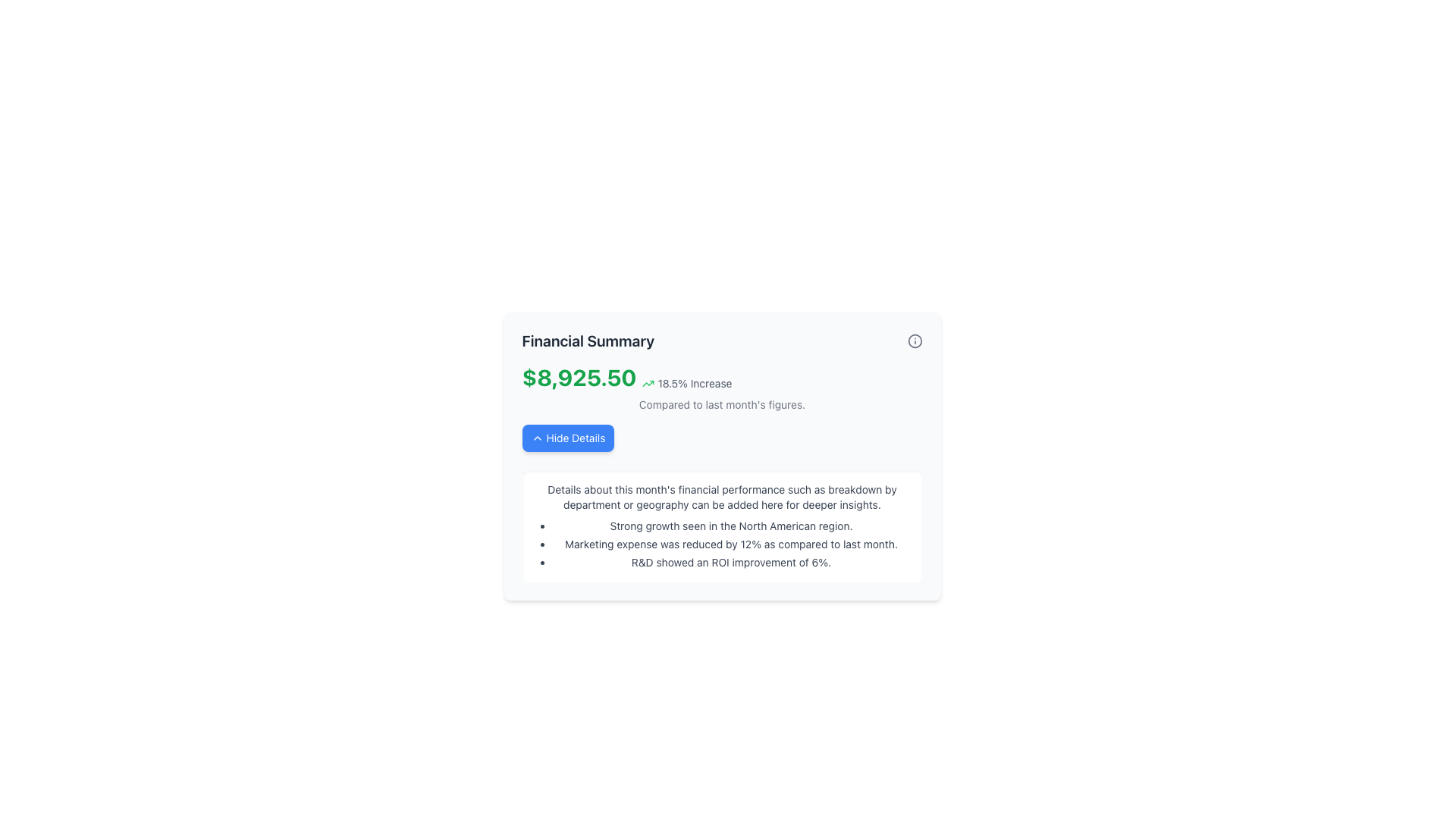 The width and height of the screenshot is (1456, 819). Describe the element at coordinates (567, 438) in the screenshot. I see `the blue 'Hide Details' button with white text and an upward-facing arrow icon` at that location.